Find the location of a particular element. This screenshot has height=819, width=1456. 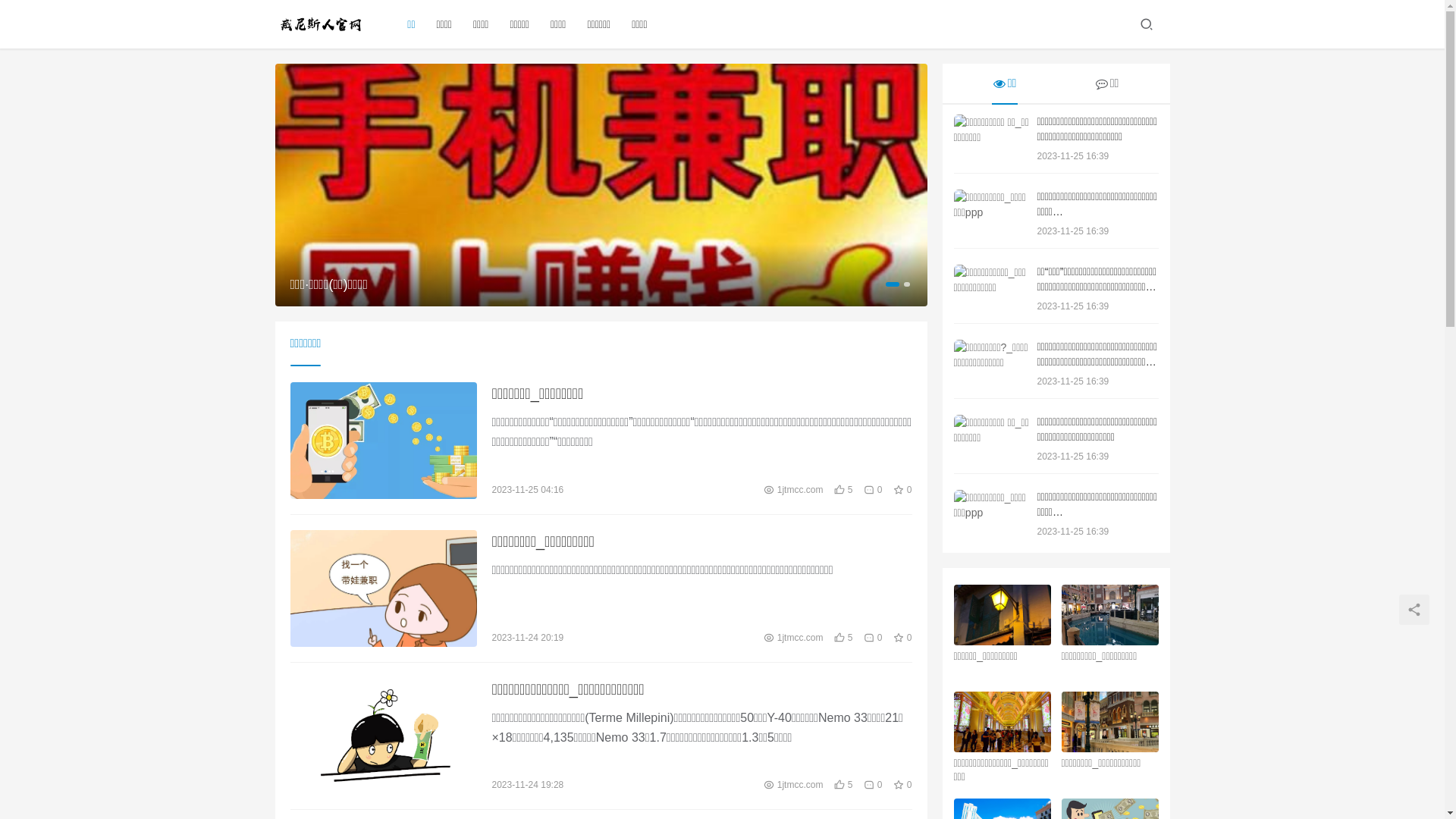

'0' is located at coordinates (873, 489).